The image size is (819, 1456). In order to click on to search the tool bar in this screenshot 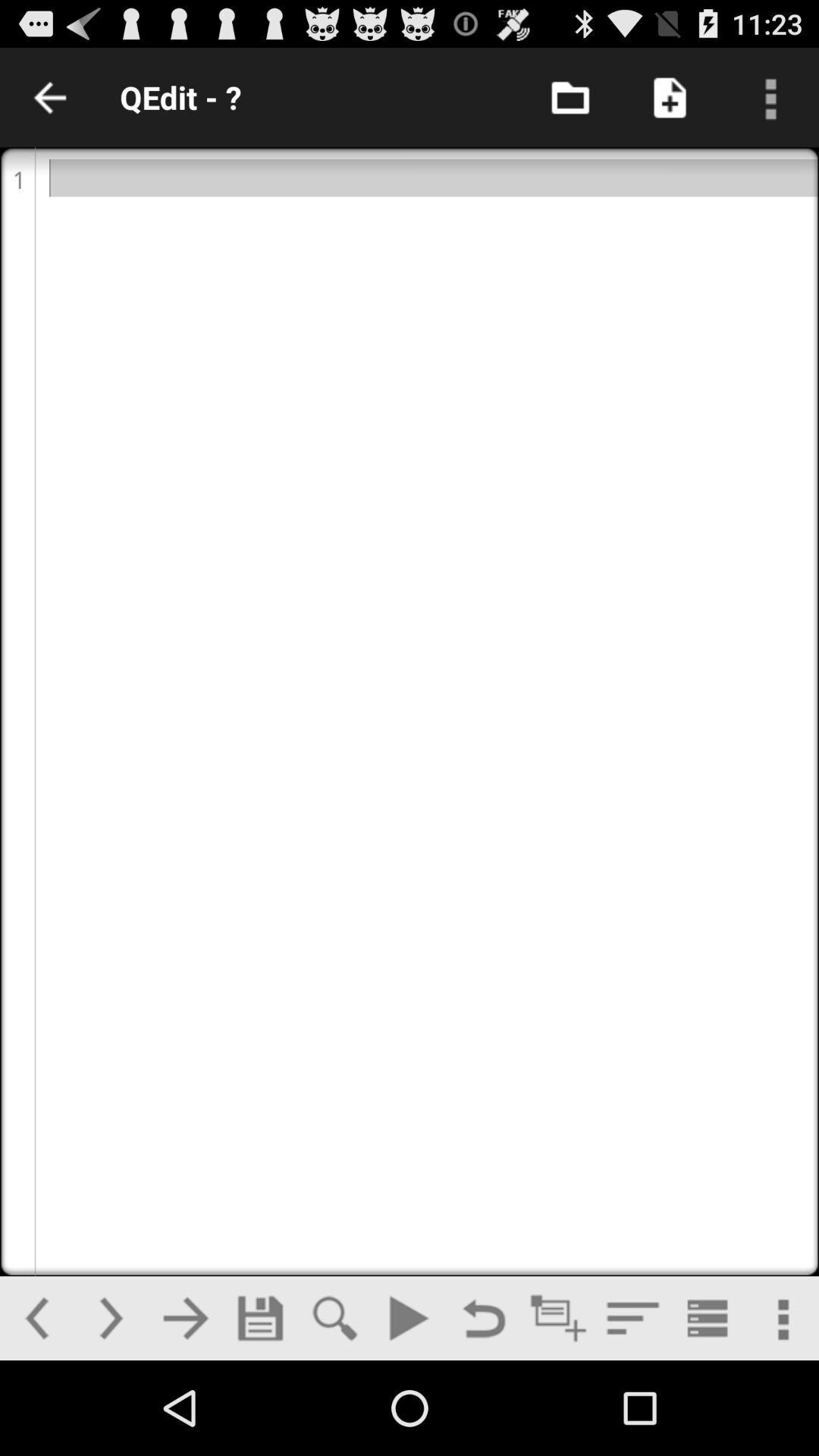, I will do `click(334, 1317)`.